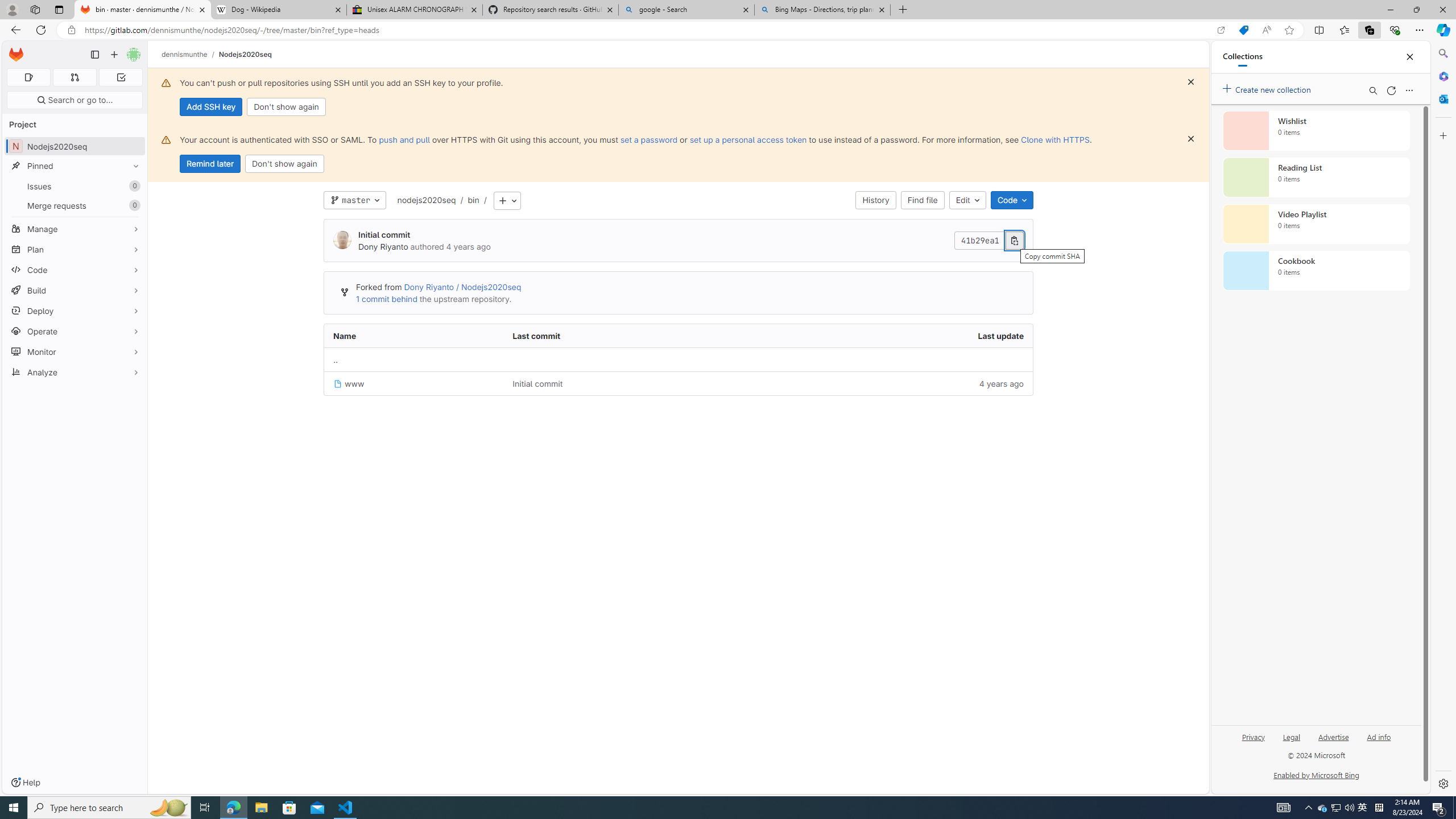  Describe the element at coordinates (876, 200) in the screenshot. I see `'History'` at that location.